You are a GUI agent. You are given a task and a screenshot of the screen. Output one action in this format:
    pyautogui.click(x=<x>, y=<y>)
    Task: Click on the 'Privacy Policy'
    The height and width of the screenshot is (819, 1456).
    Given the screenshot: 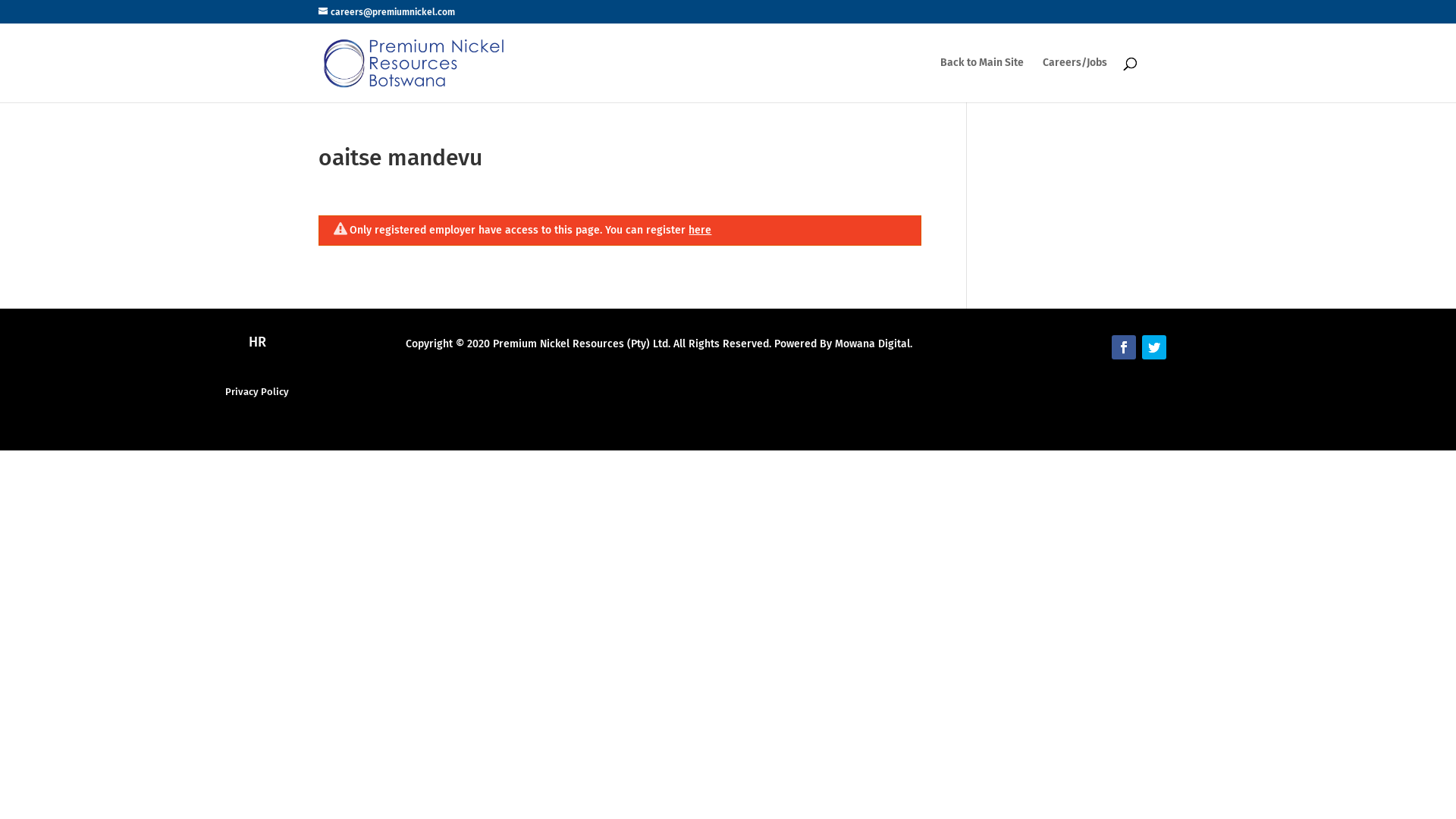 What is the action you would take?
    pyautogui.click(x=257, y=391)
    